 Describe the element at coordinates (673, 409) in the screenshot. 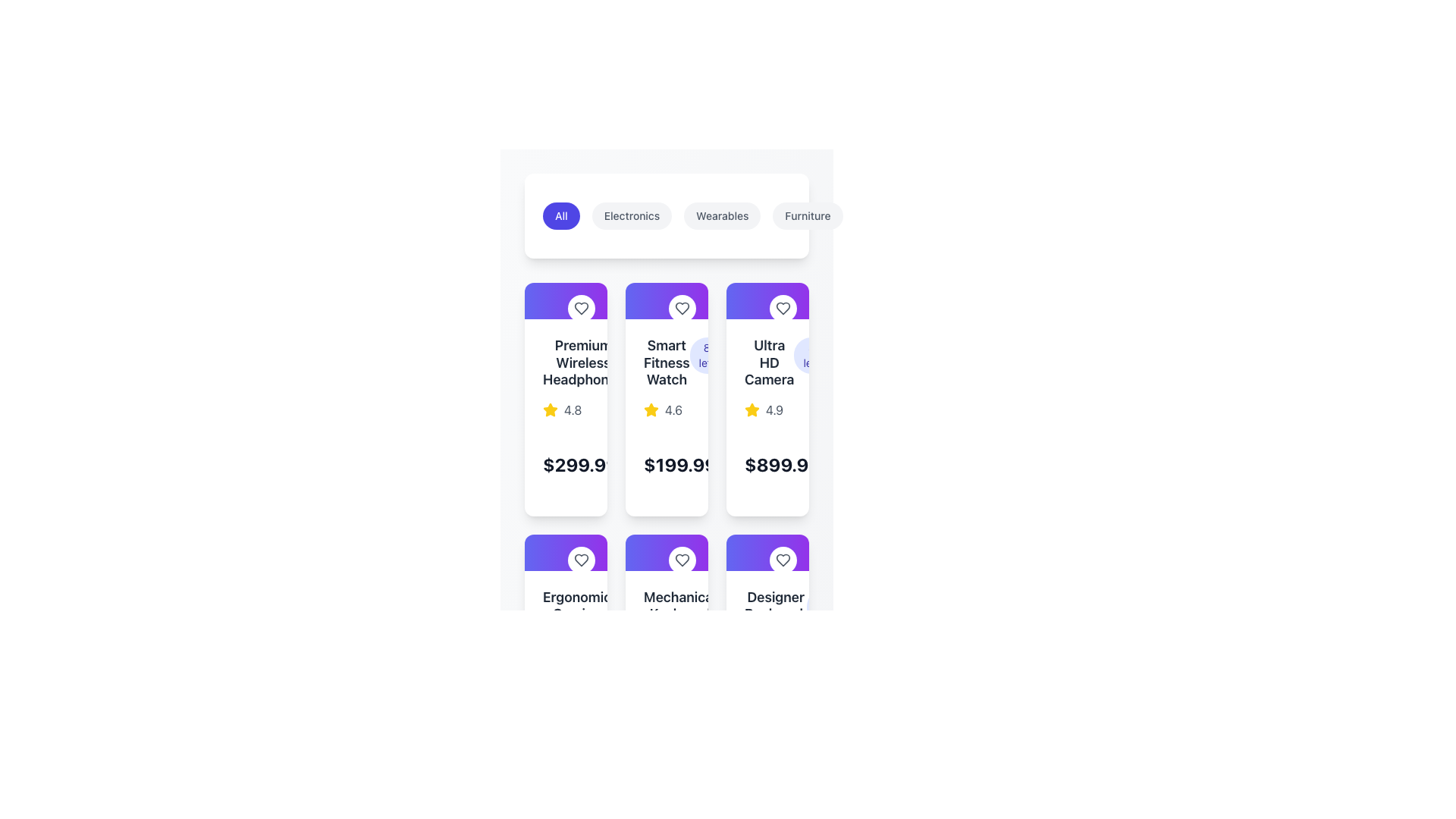

I see `the rating score text element located to the right of the yellow star icon in the second product card` at that location.